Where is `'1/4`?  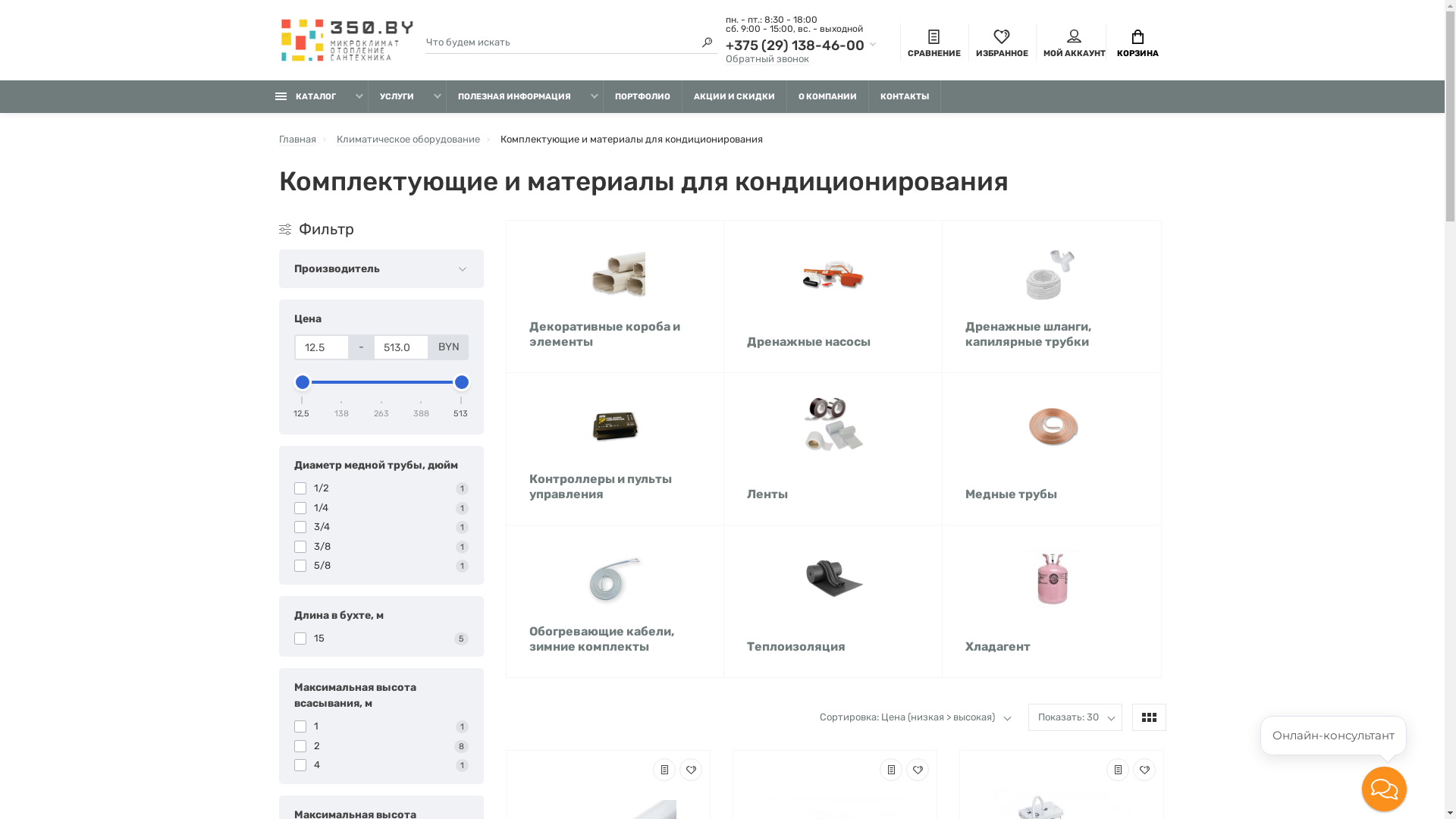 '1/4 is located at coordinates (381, 508).